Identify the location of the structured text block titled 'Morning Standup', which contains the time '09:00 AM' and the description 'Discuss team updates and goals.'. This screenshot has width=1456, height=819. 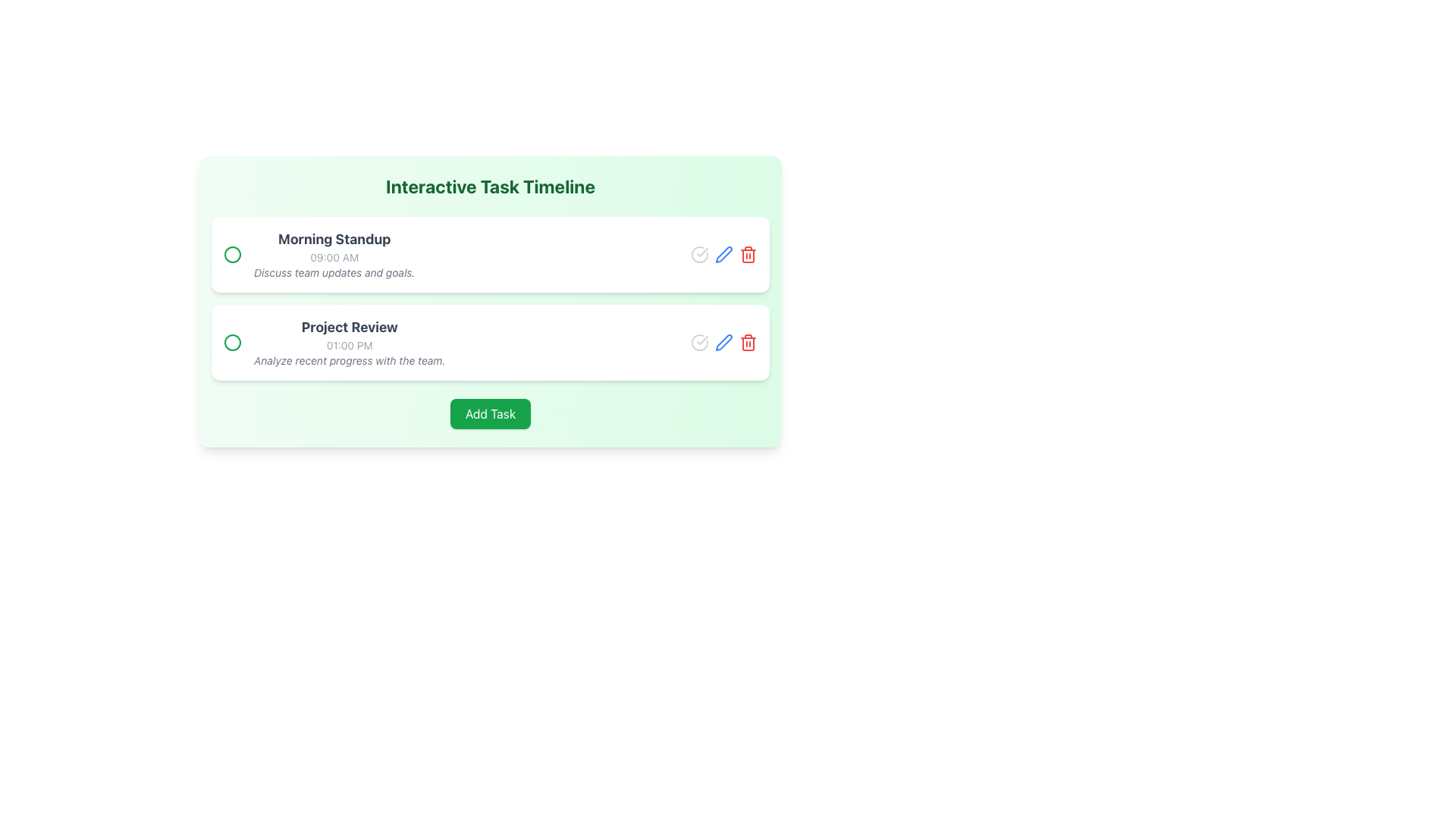
(334, 253).